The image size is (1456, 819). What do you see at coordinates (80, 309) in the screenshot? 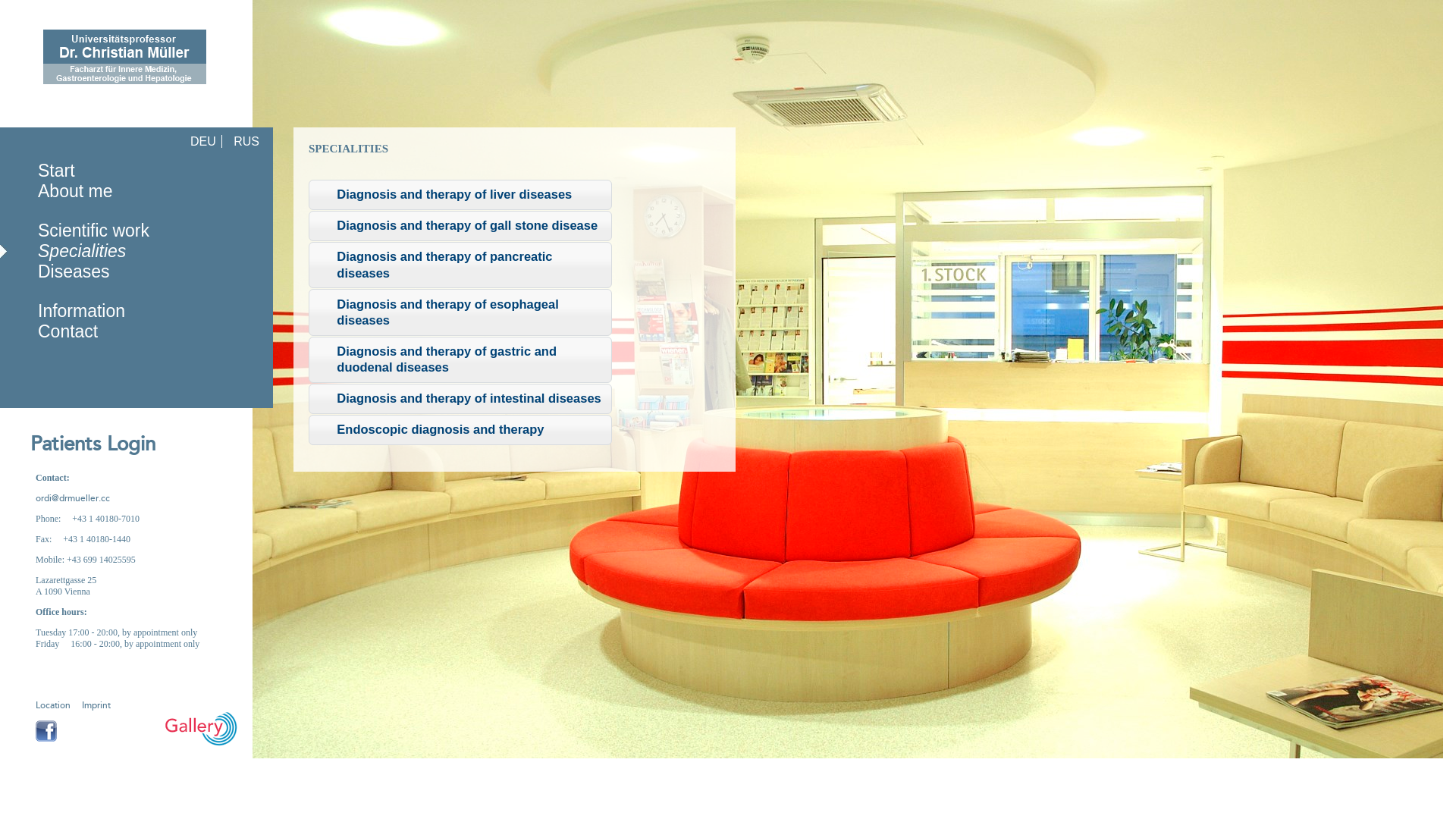
I see `'Information'` at bounding box center [80, 309].